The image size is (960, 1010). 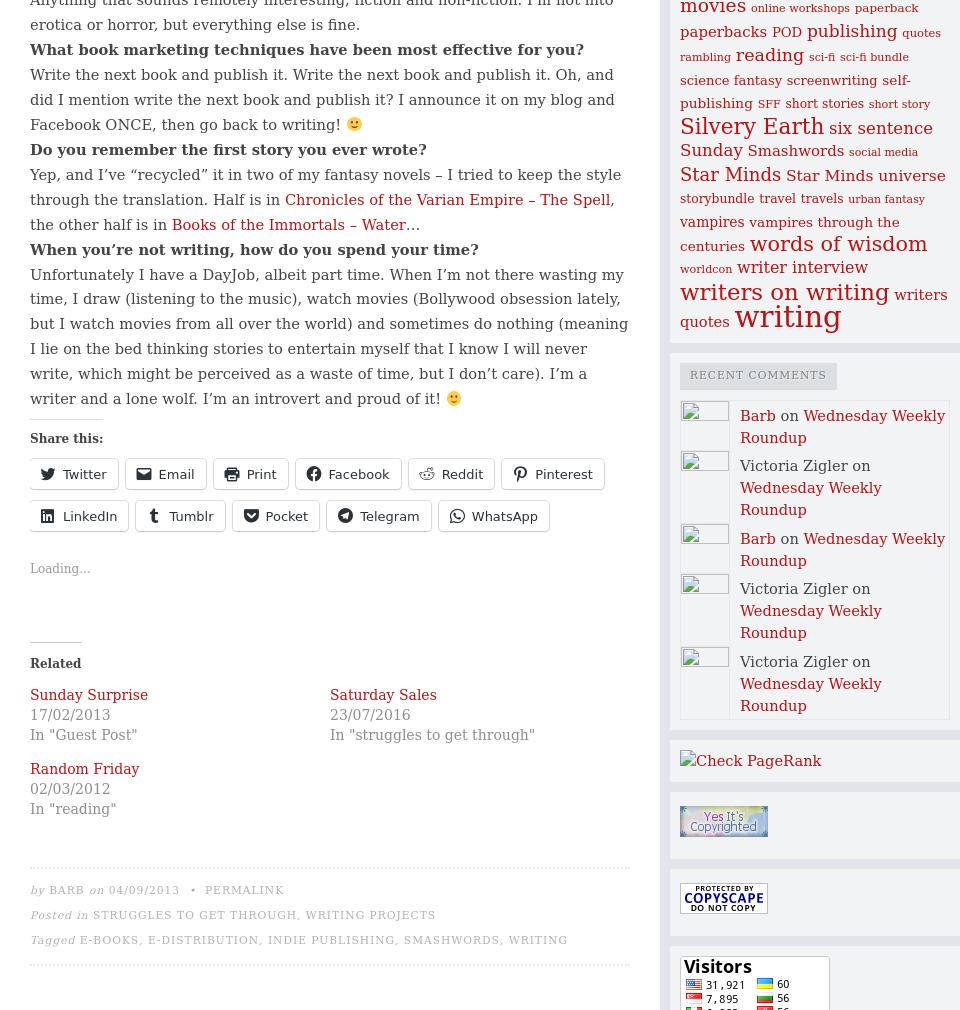 I want to click on 'social media', so click(x=882, y=151).